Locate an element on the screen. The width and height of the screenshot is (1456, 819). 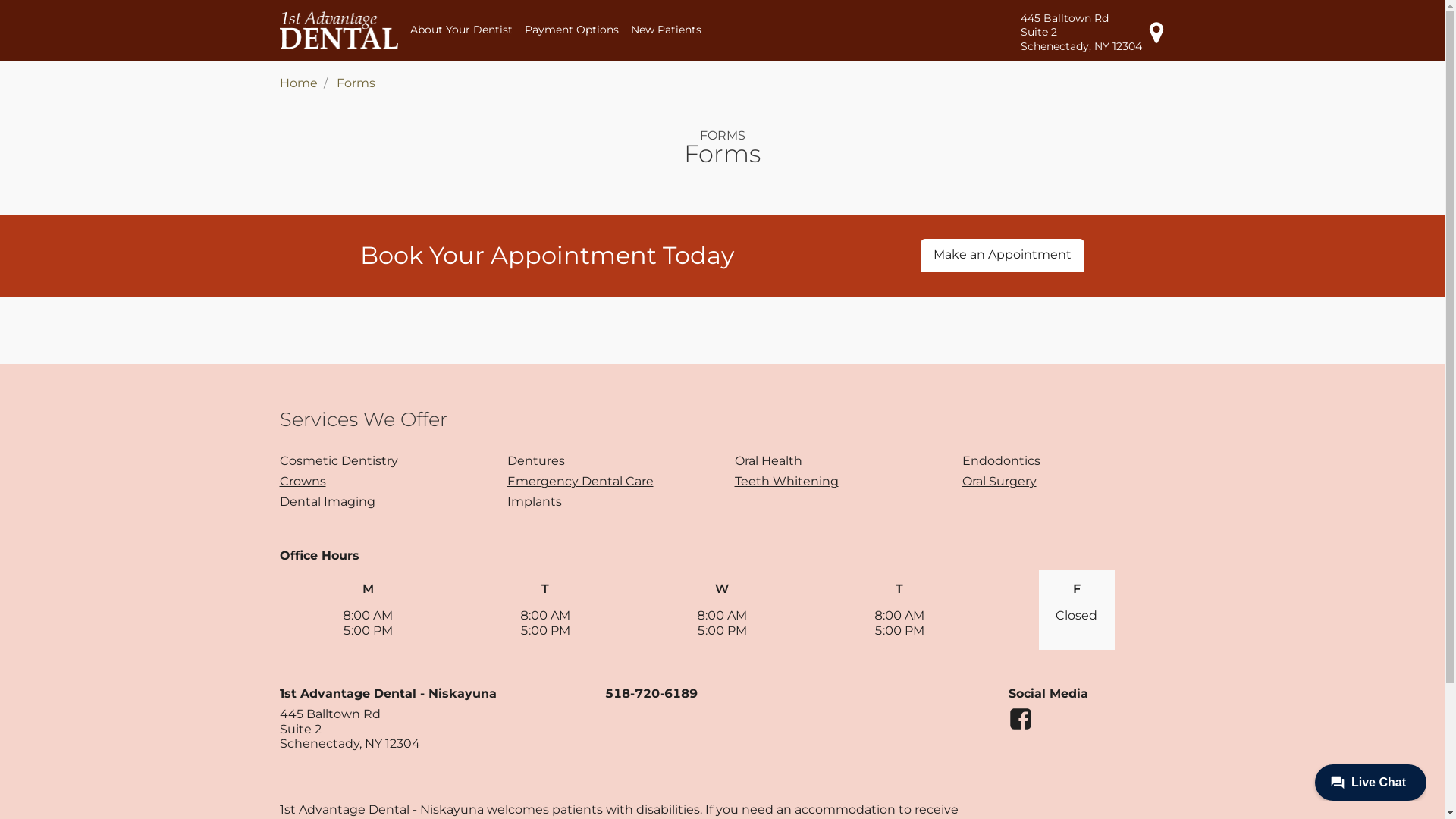
'445 Balltown Rd is located at coordinates (1093, 32).